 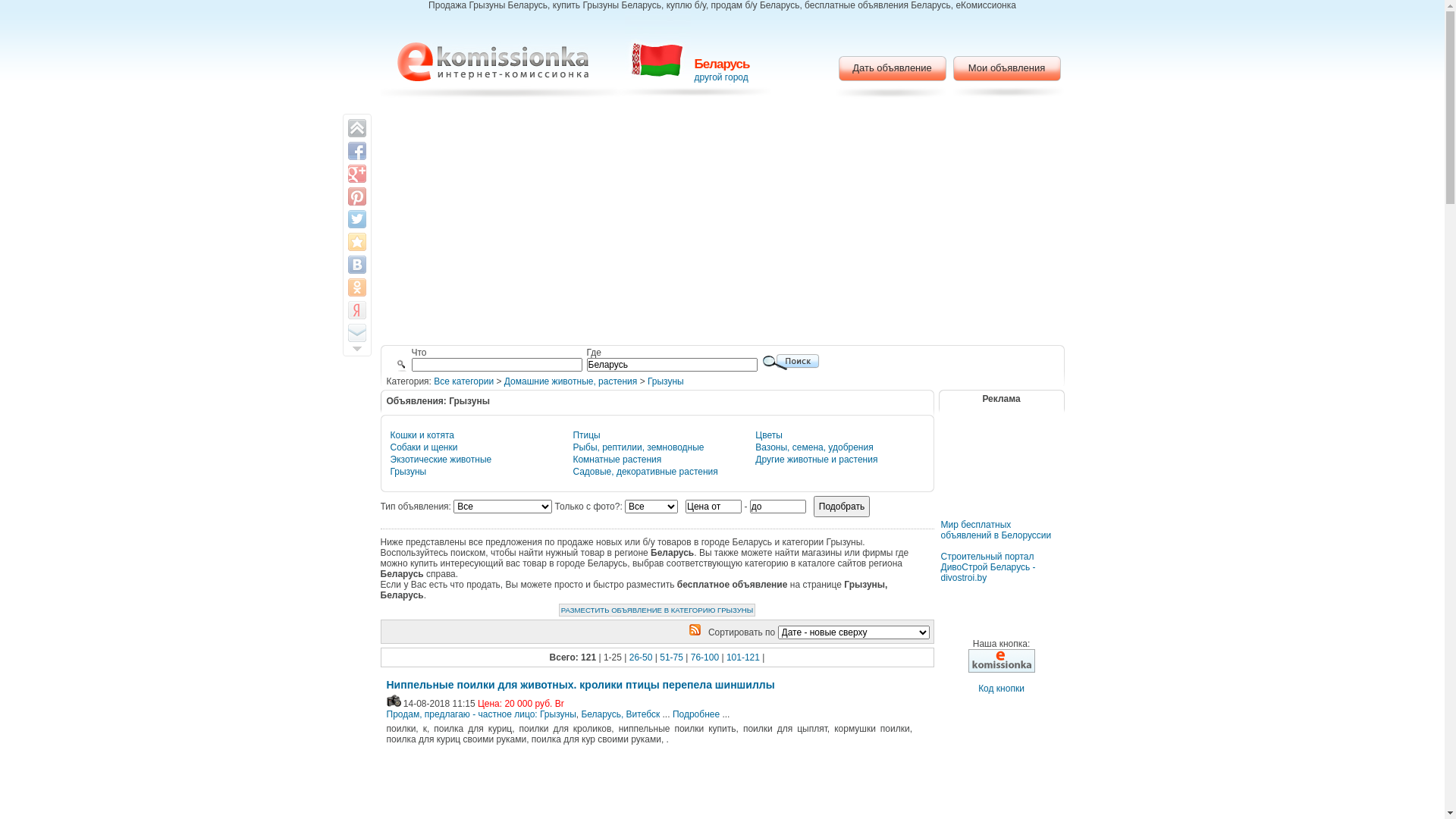 I want to click on 'Pin It', so click(x=356, y=195).